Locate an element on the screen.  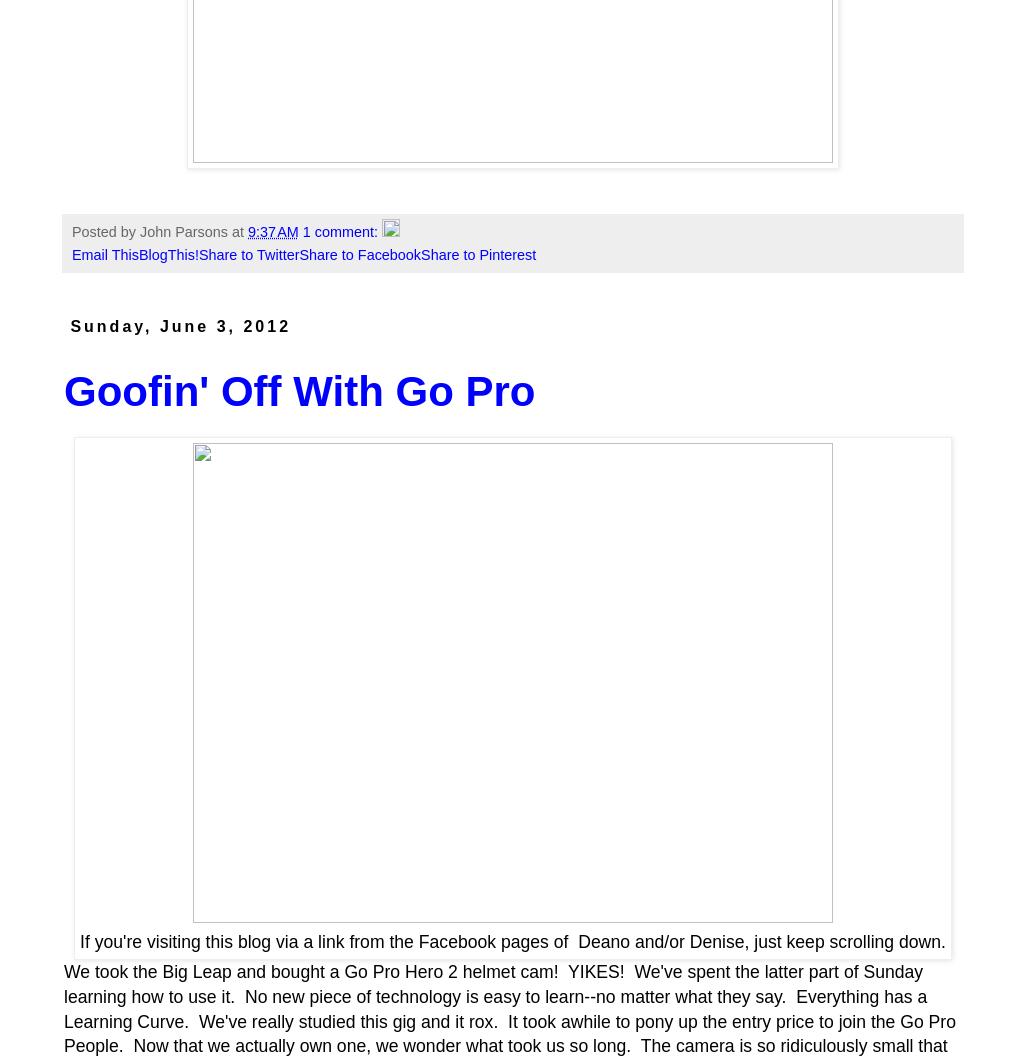
'Share to Pinterest' is located at coordinates (478, 254).